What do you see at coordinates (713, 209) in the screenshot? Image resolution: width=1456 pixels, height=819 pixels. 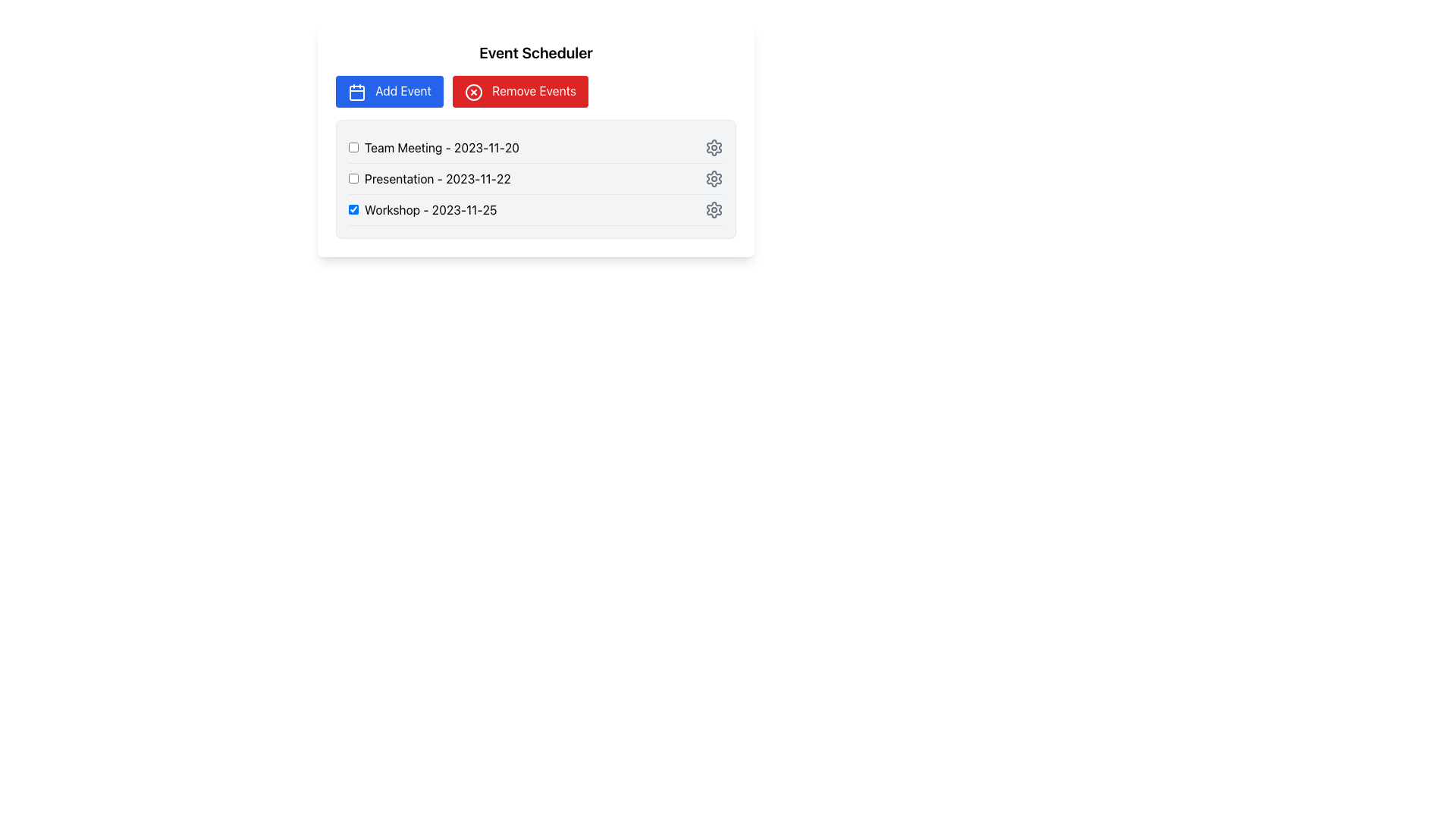 I see `the gear icon located to the right of the text 'Workshop - 2023-11-25'` at bounding box center [713, 209].